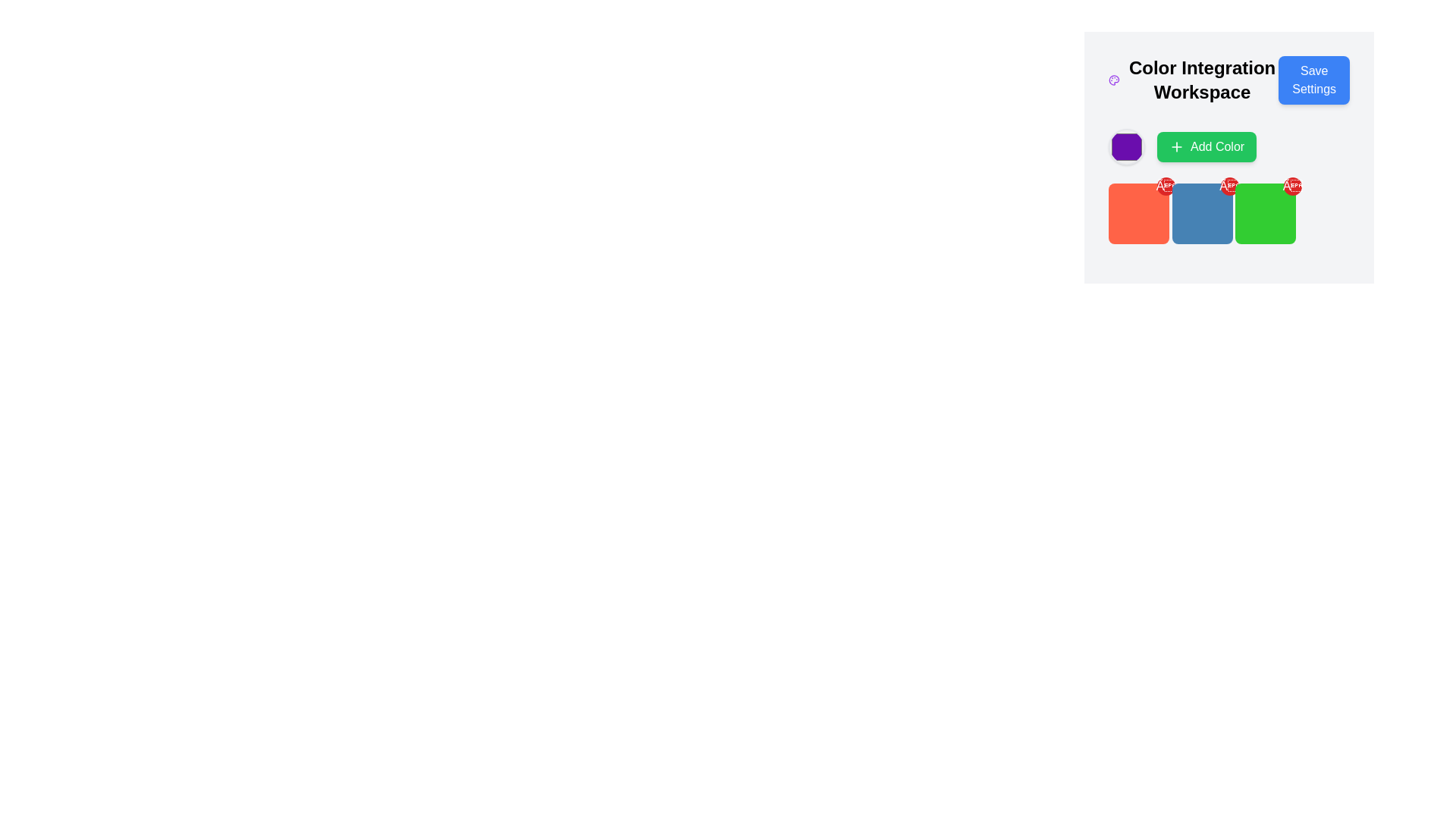  I want to click on the small plus sign icon on the green background, which is located within the 'Add Color' button to the left of the text, so click(1175, 146).